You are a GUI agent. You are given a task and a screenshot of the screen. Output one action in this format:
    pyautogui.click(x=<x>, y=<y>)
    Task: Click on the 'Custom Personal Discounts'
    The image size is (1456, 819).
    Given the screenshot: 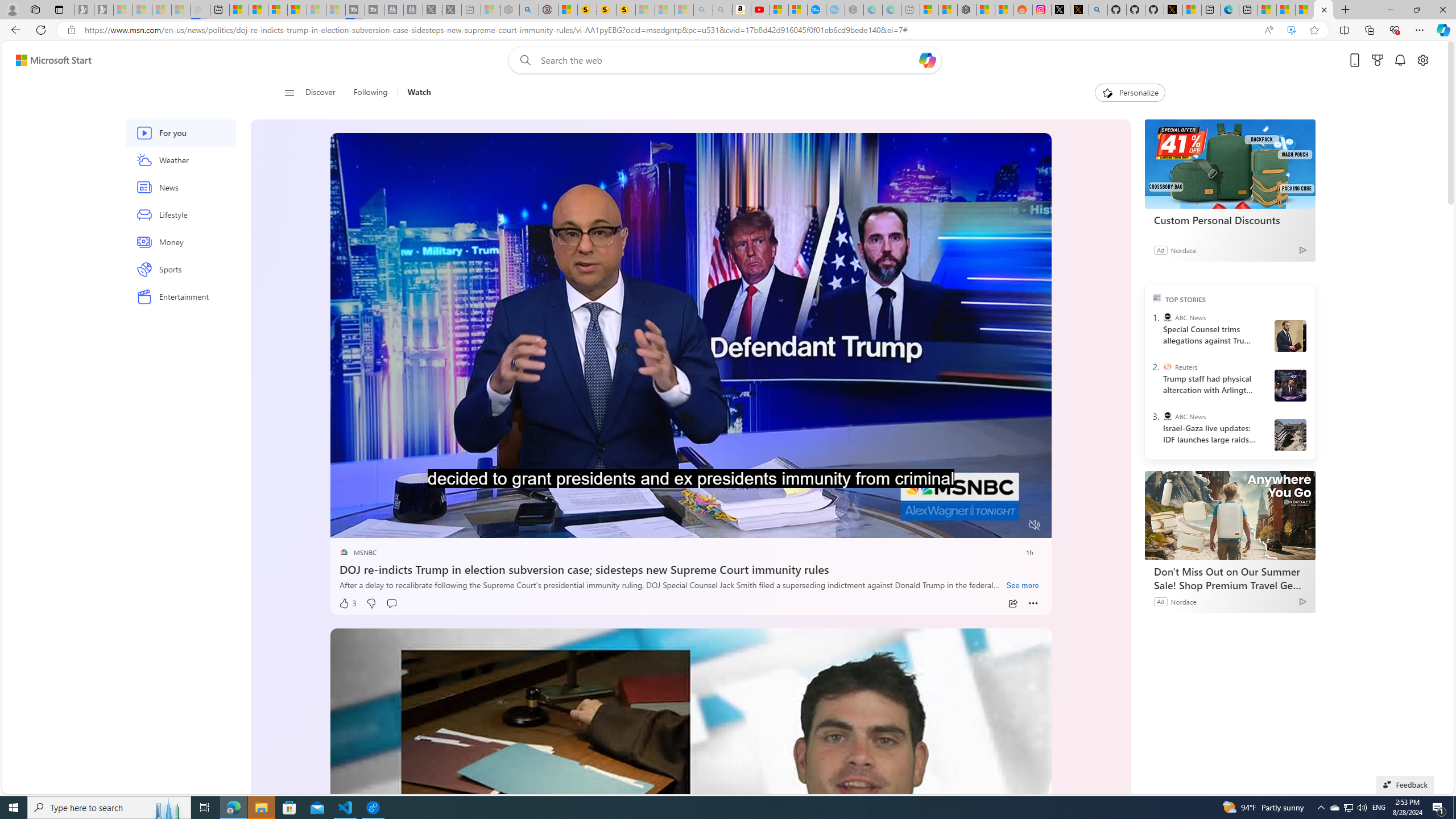 What is the action you would take?
    pyautogui.click(x=1230, y=163)
    